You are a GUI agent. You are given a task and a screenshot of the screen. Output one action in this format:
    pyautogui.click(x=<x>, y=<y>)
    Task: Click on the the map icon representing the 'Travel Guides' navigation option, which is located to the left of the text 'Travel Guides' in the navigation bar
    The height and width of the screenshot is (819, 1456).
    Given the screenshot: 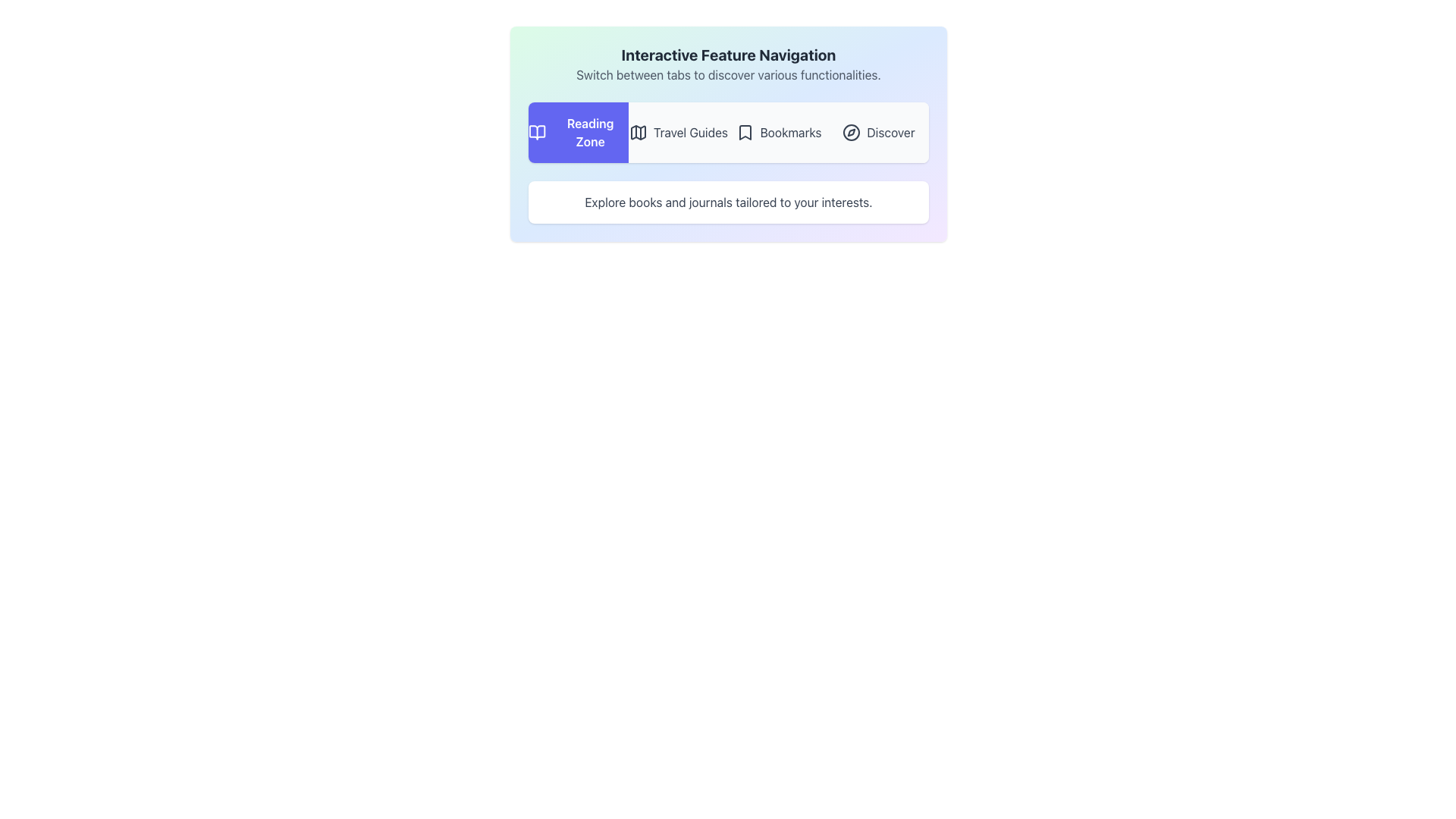 What is the action you would take?
    pyautogui.click(x=638, y=131)
    